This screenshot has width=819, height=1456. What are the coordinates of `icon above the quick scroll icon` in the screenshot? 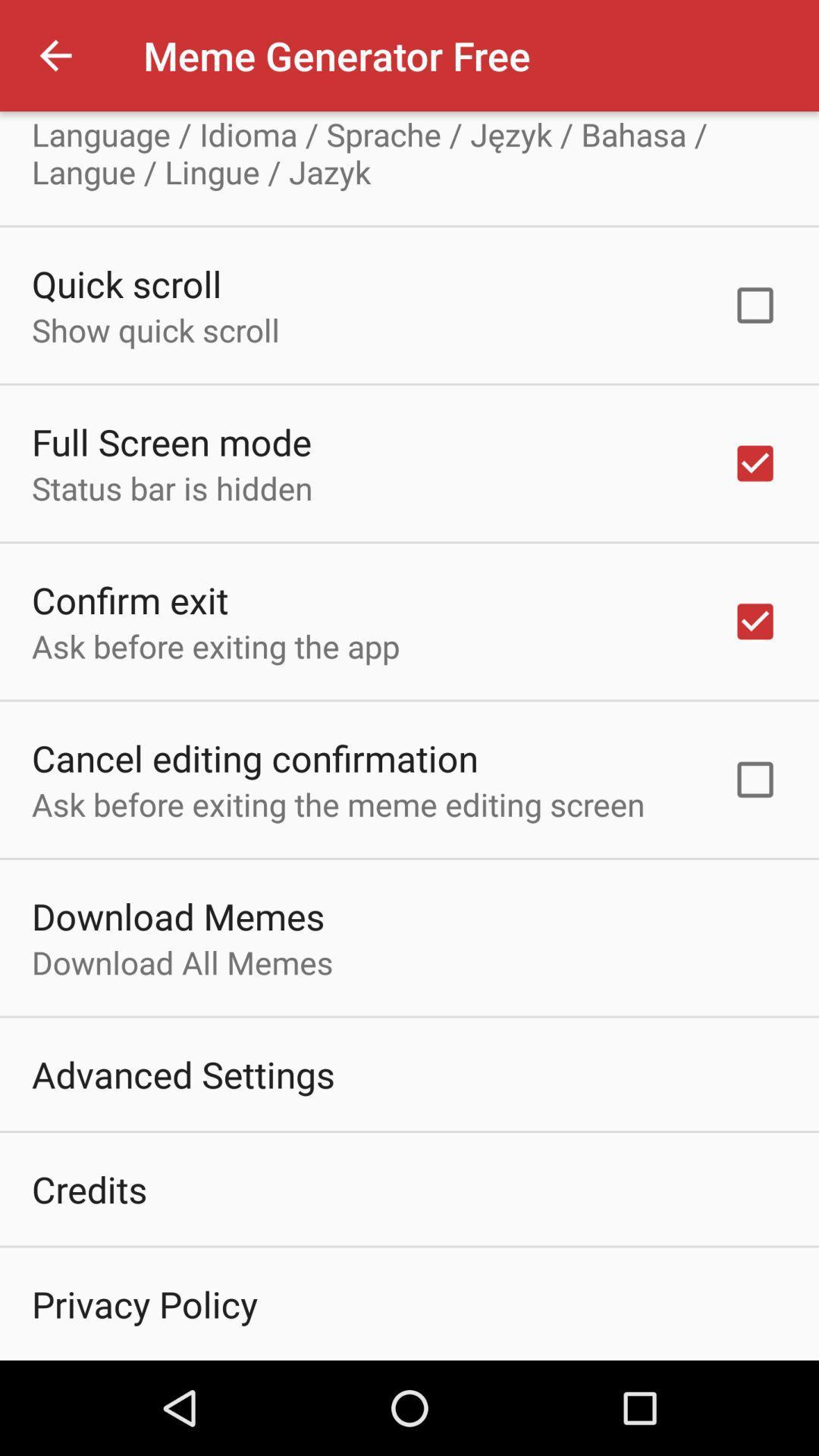 It's located at (409, 152).